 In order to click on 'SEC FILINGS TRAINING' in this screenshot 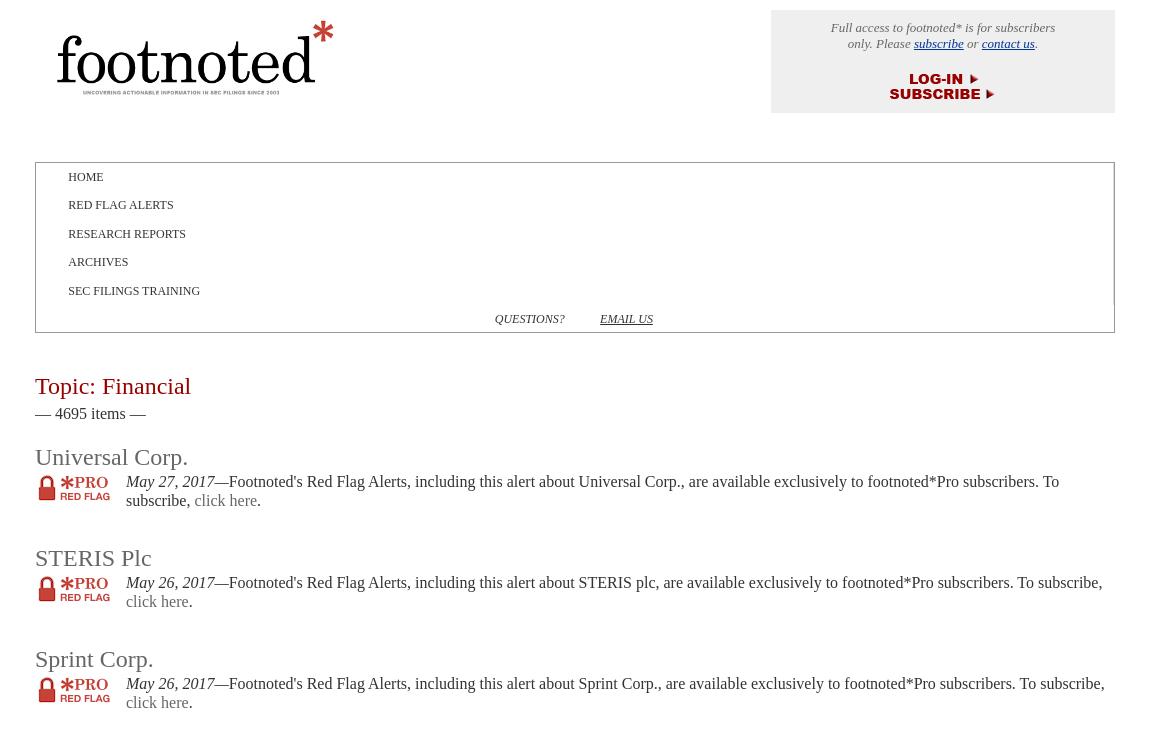, I will do `click(132, 290)`.